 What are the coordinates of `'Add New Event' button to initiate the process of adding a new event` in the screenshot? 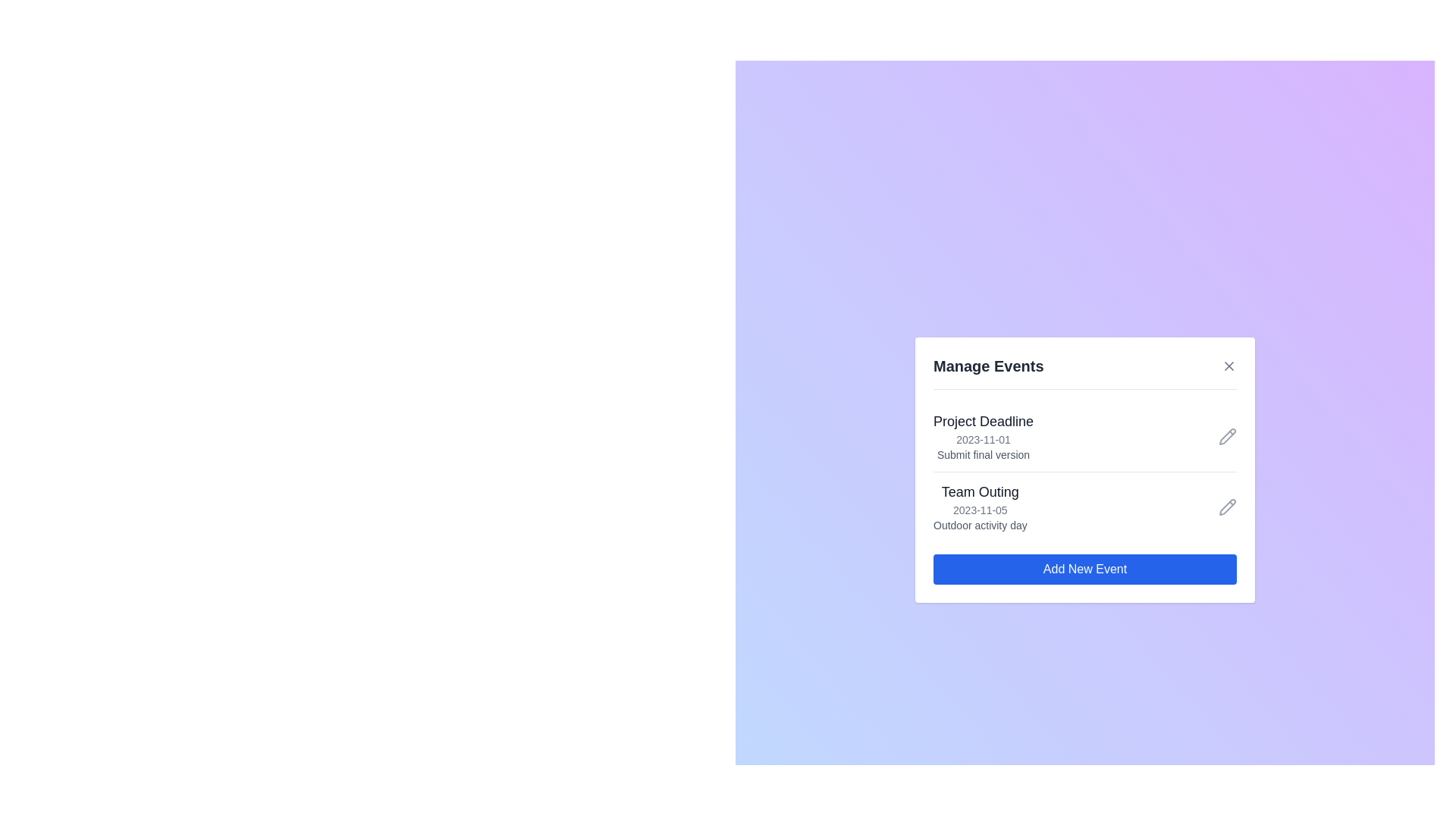 It's located at (1084, 570).